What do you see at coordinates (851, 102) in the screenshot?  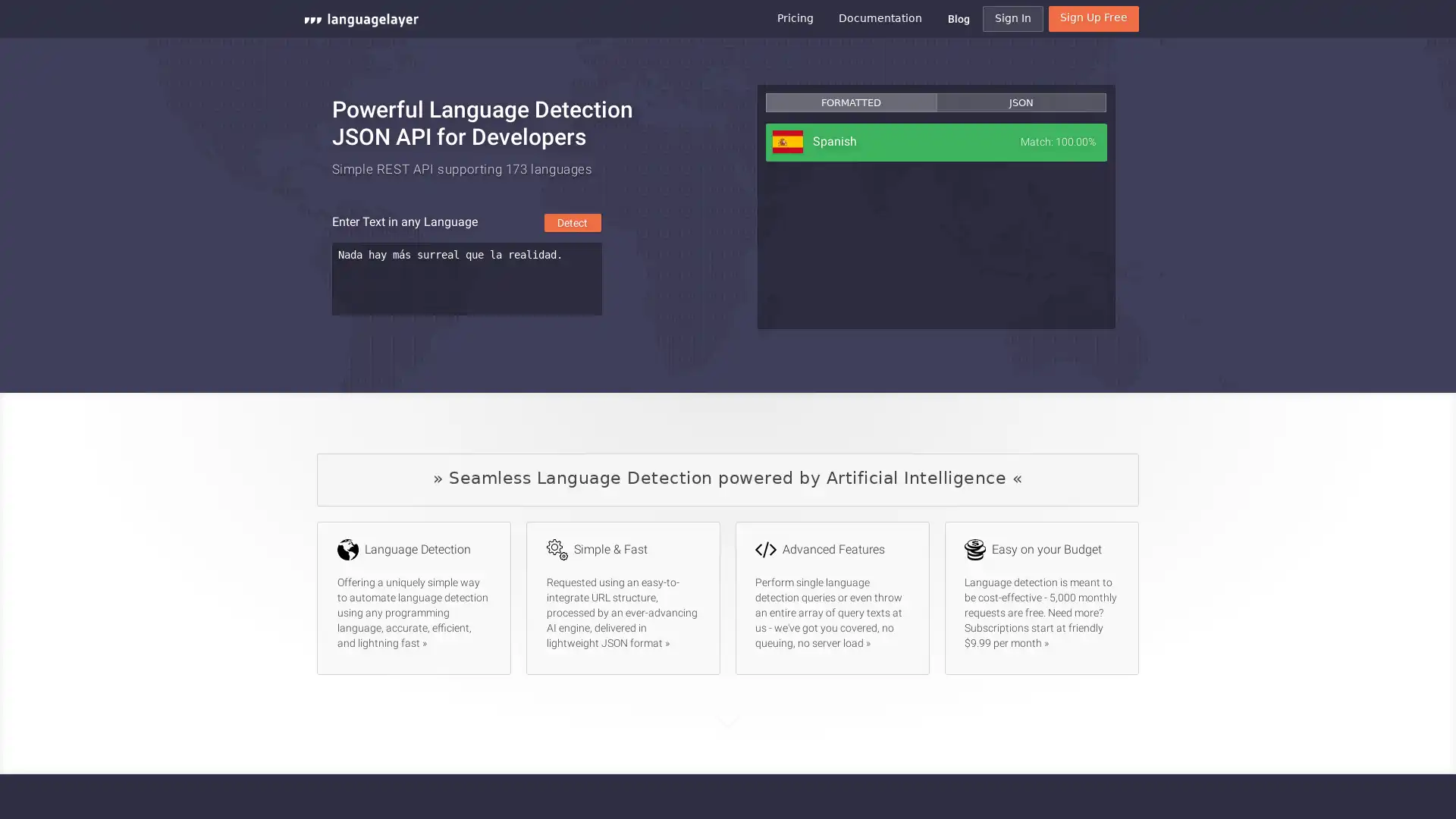 I see `FORMATTED` at bounding box center [851, 102].